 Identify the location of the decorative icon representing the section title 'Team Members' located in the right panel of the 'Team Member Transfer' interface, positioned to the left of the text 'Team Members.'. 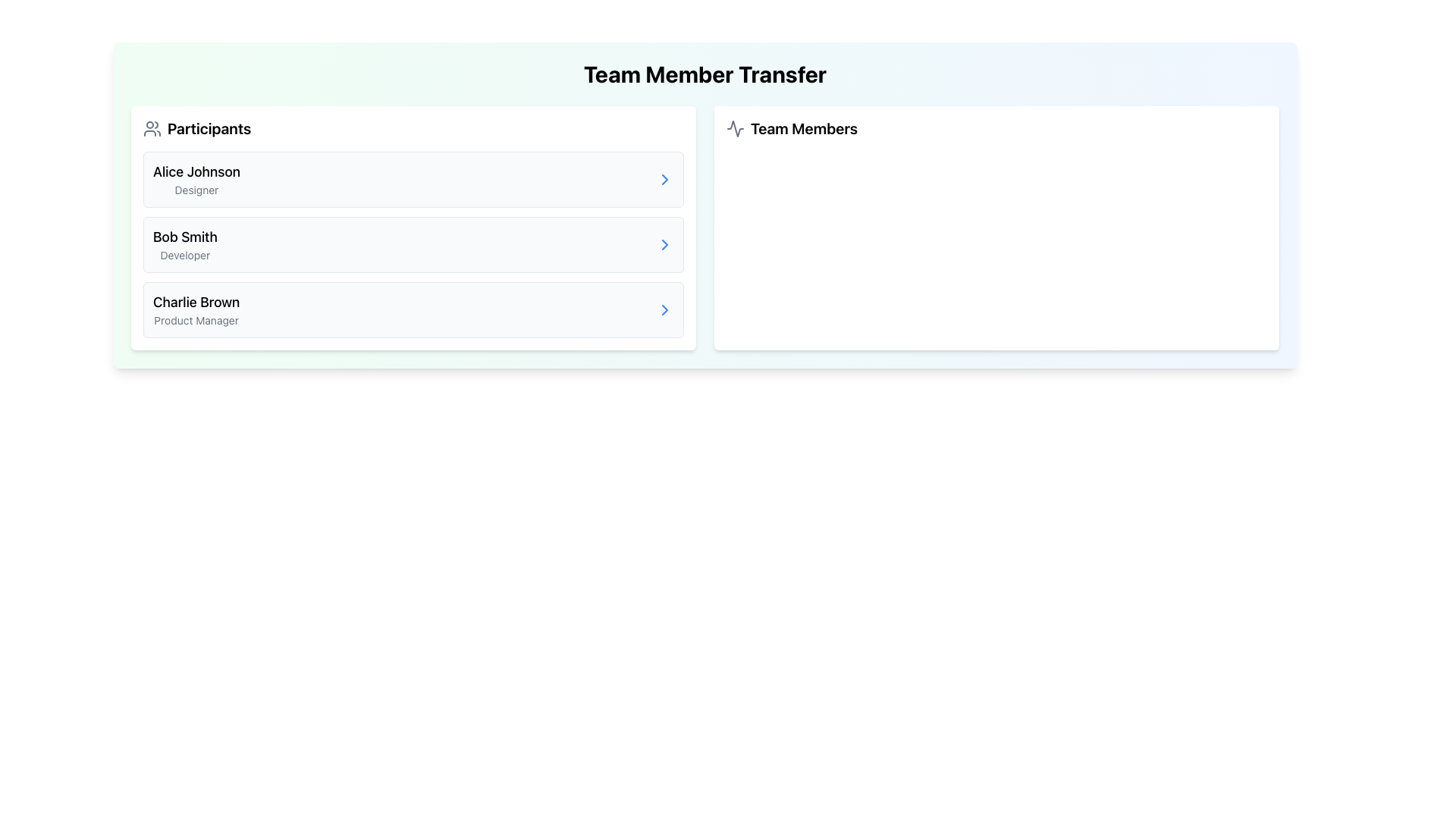
(735, 127).